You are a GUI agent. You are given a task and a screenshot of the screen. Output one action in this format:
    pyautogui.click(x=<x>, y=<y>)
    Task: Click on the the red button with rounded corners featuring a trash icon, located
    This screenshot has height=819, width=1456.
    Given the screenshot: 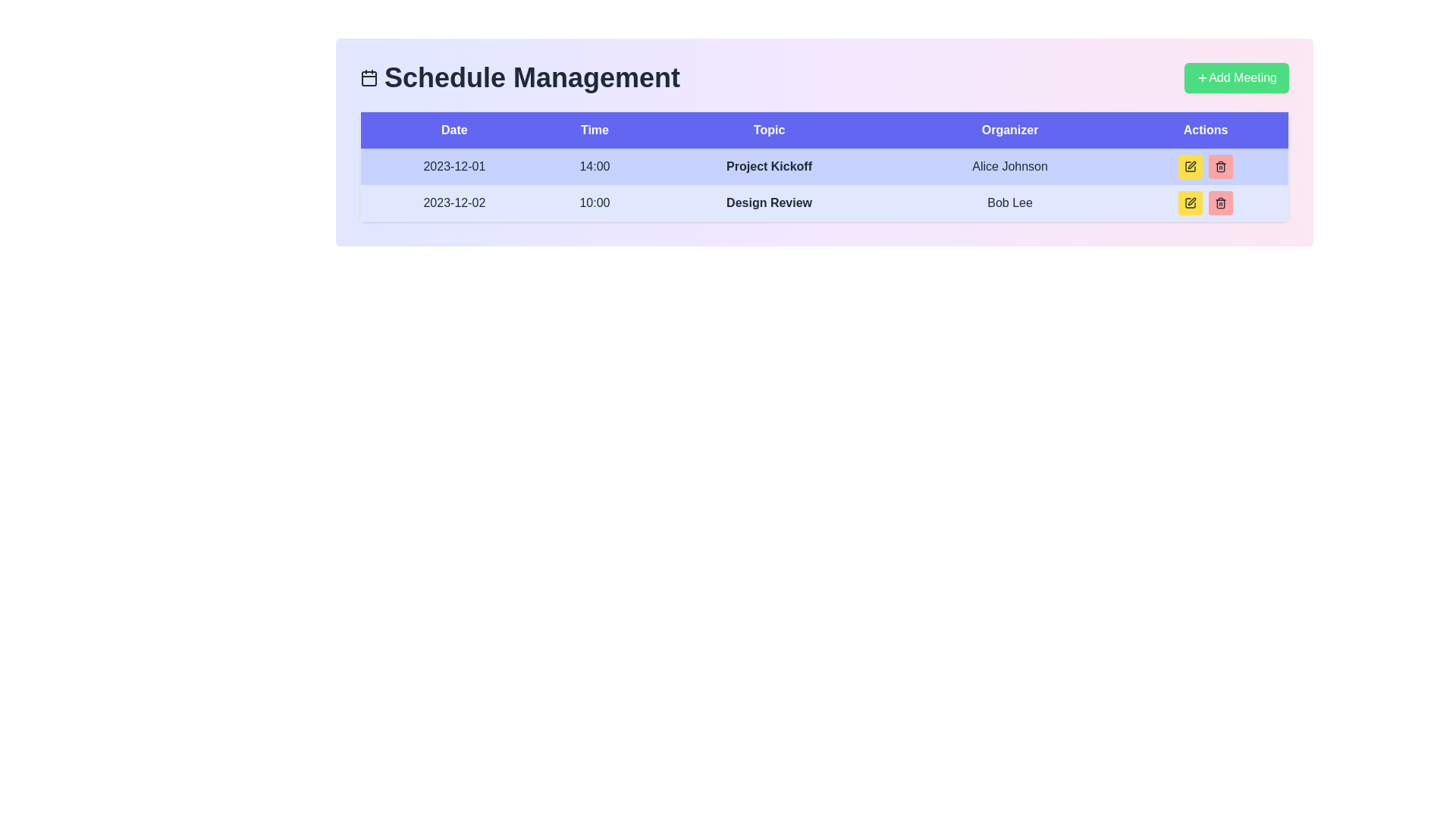 What is the action you would take?
    pyautogui.click(x=1220, y=166)
    